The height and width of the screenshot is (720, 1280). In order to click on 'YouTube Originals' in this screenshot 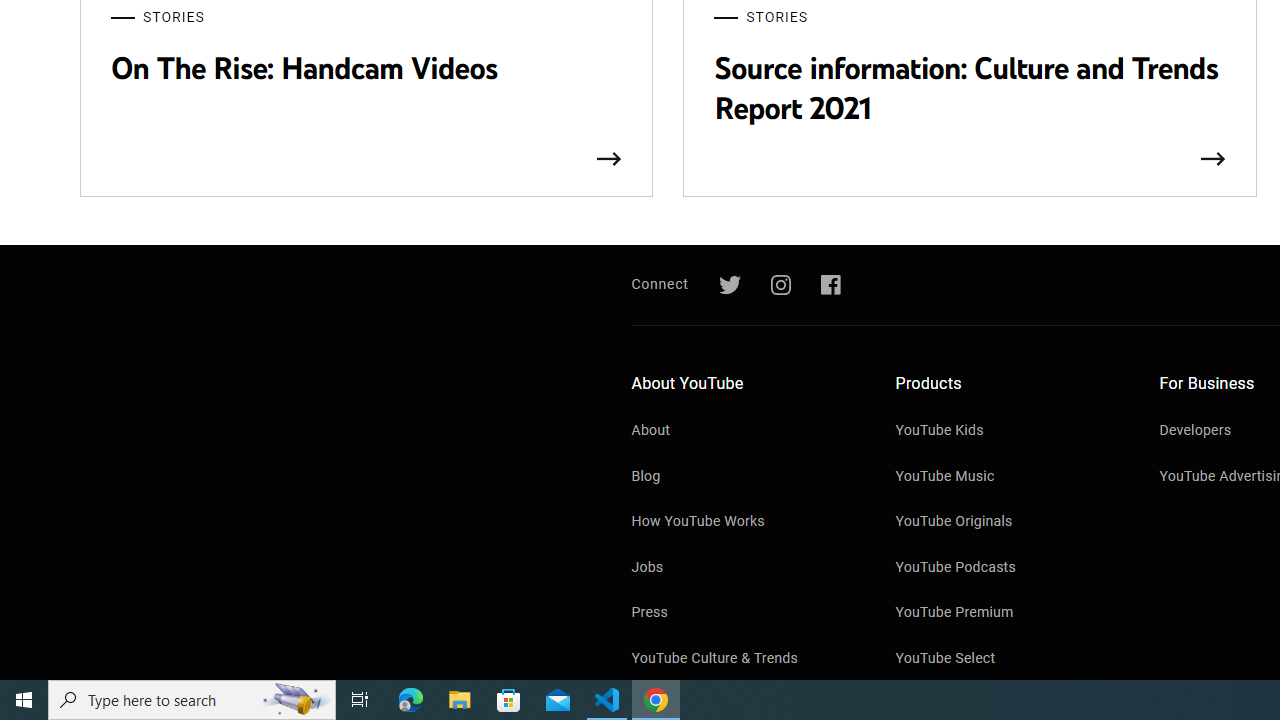, I will do `click(1007, 522)`.